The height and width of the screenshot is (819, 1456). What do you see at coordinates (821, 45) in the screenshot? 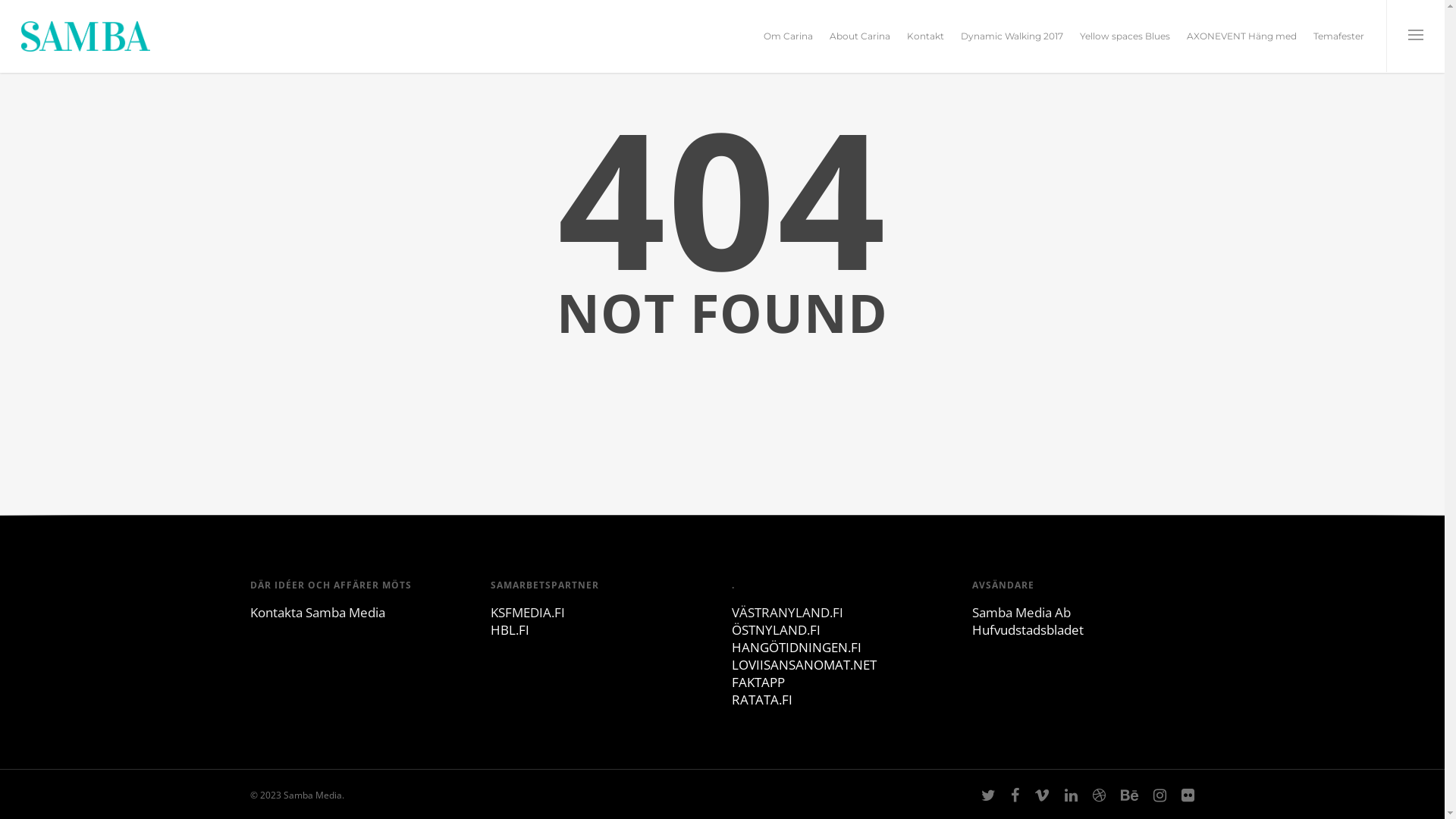
I see `'About Carina'` at bounding box center [821, 45].